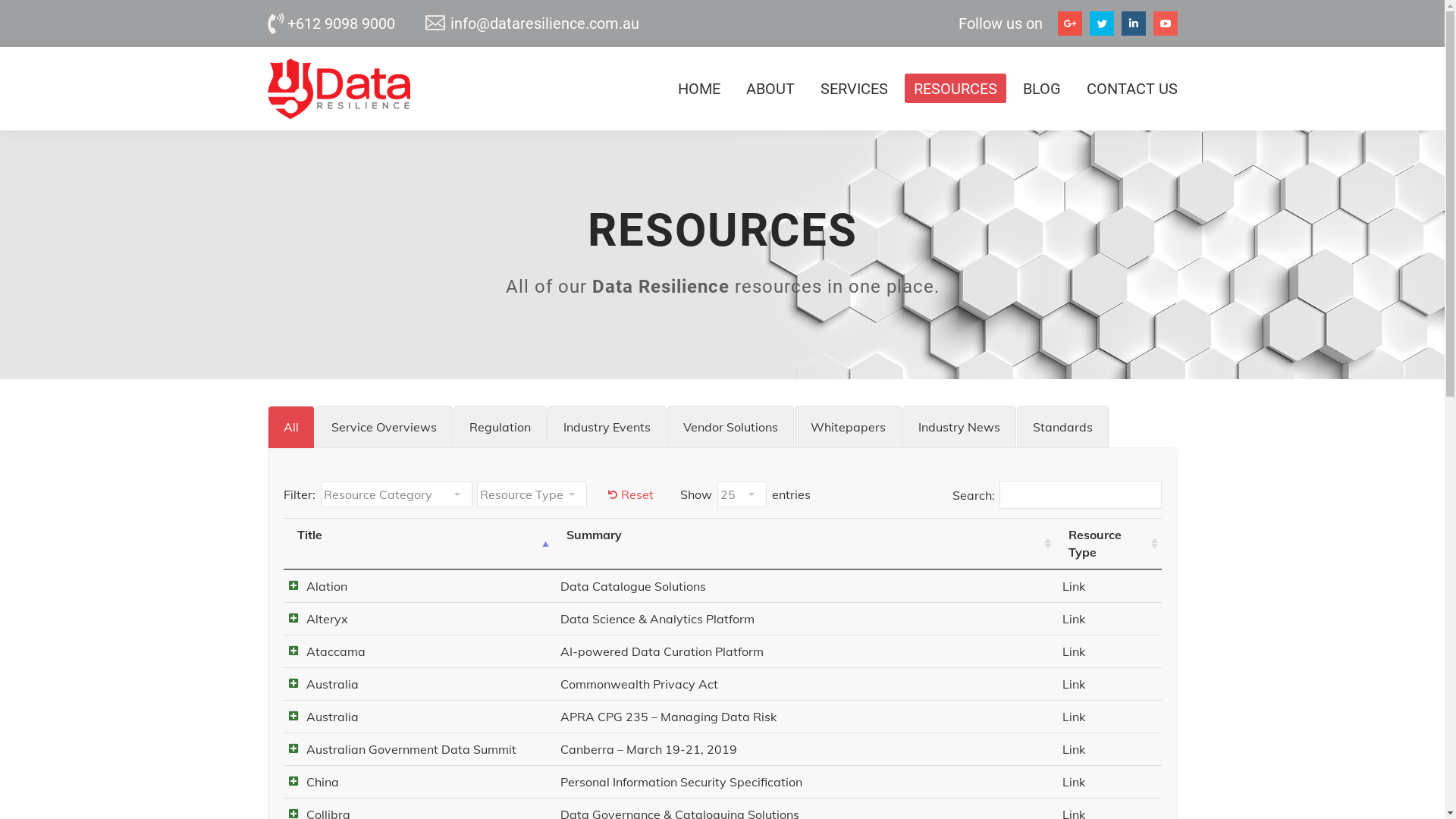 The height and width of the screenshot is (819, 1456). What do you see at coordinates (1121, 23) in the screenshot?
I see `'Linkedin'` at bounding box center [1121, 23].